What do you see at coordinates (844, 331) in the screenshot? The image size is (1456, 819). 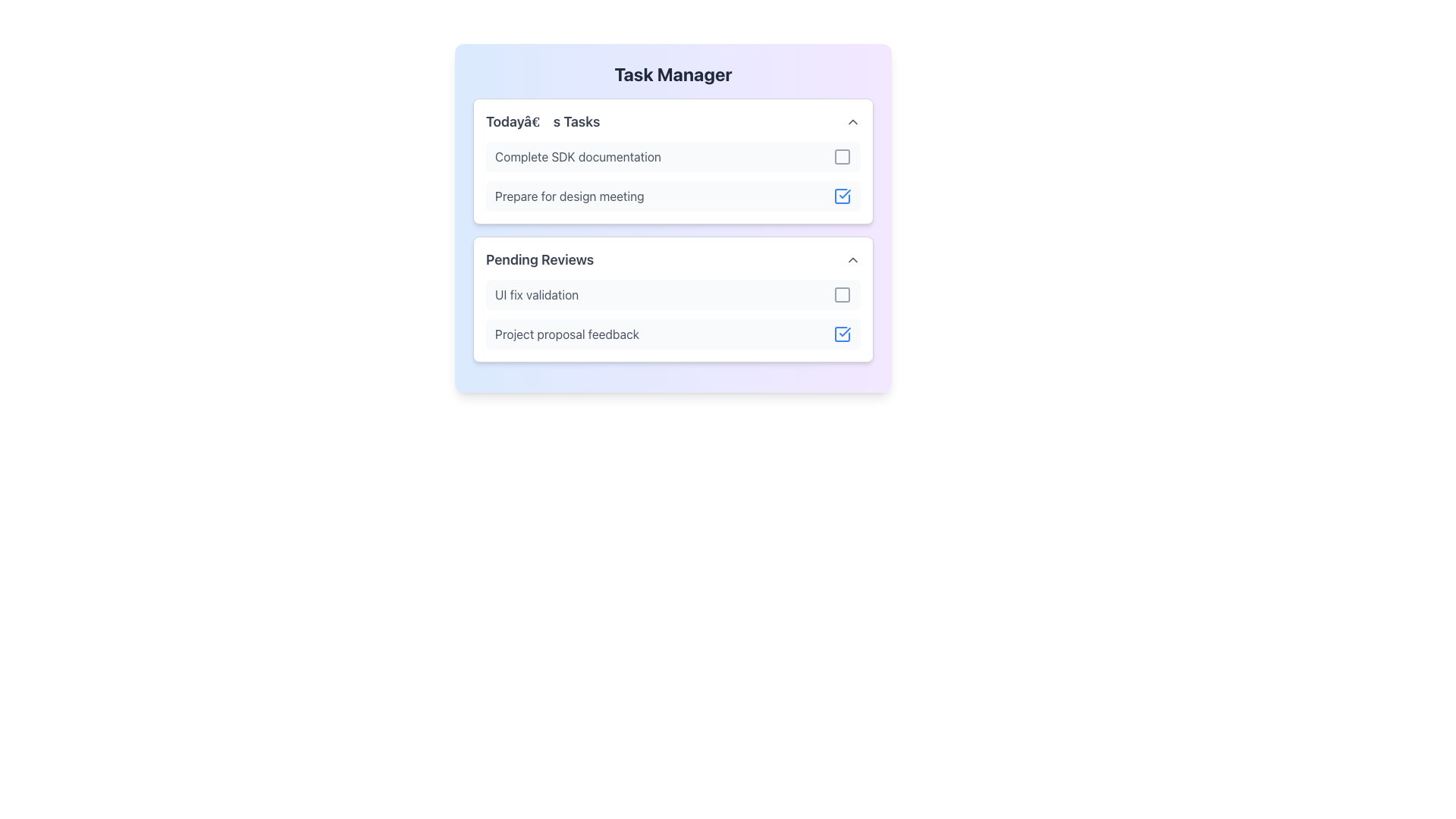 I see `the blue check mark icon within the checkbox` at bounding box center [844, 331].